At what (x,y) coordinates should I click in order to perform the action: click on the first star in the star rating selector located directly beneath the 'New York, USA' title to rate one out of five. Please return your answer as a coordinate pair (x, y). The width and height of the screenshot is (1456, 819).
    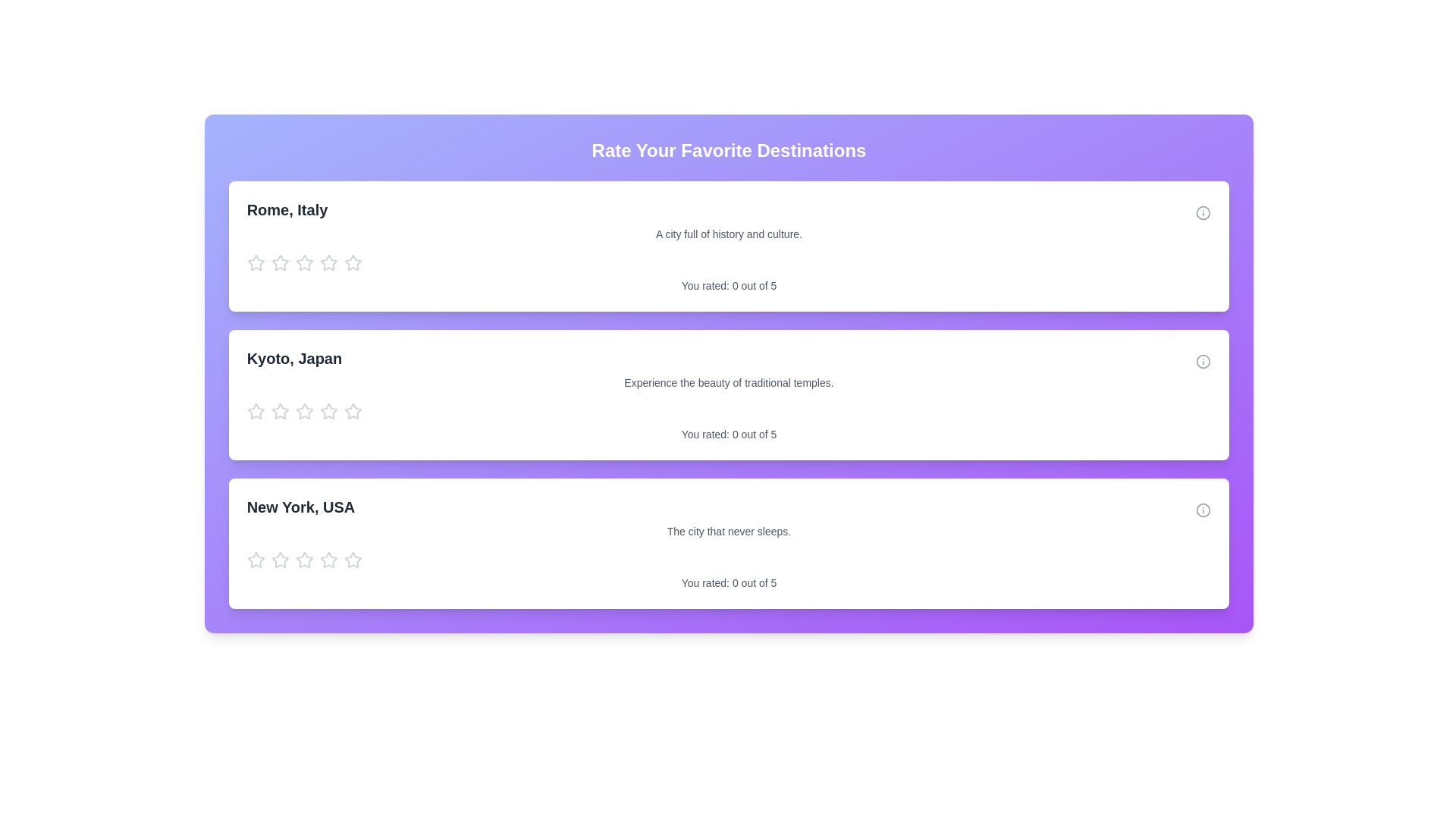
    Looking at the image, I should click on (256, 560).